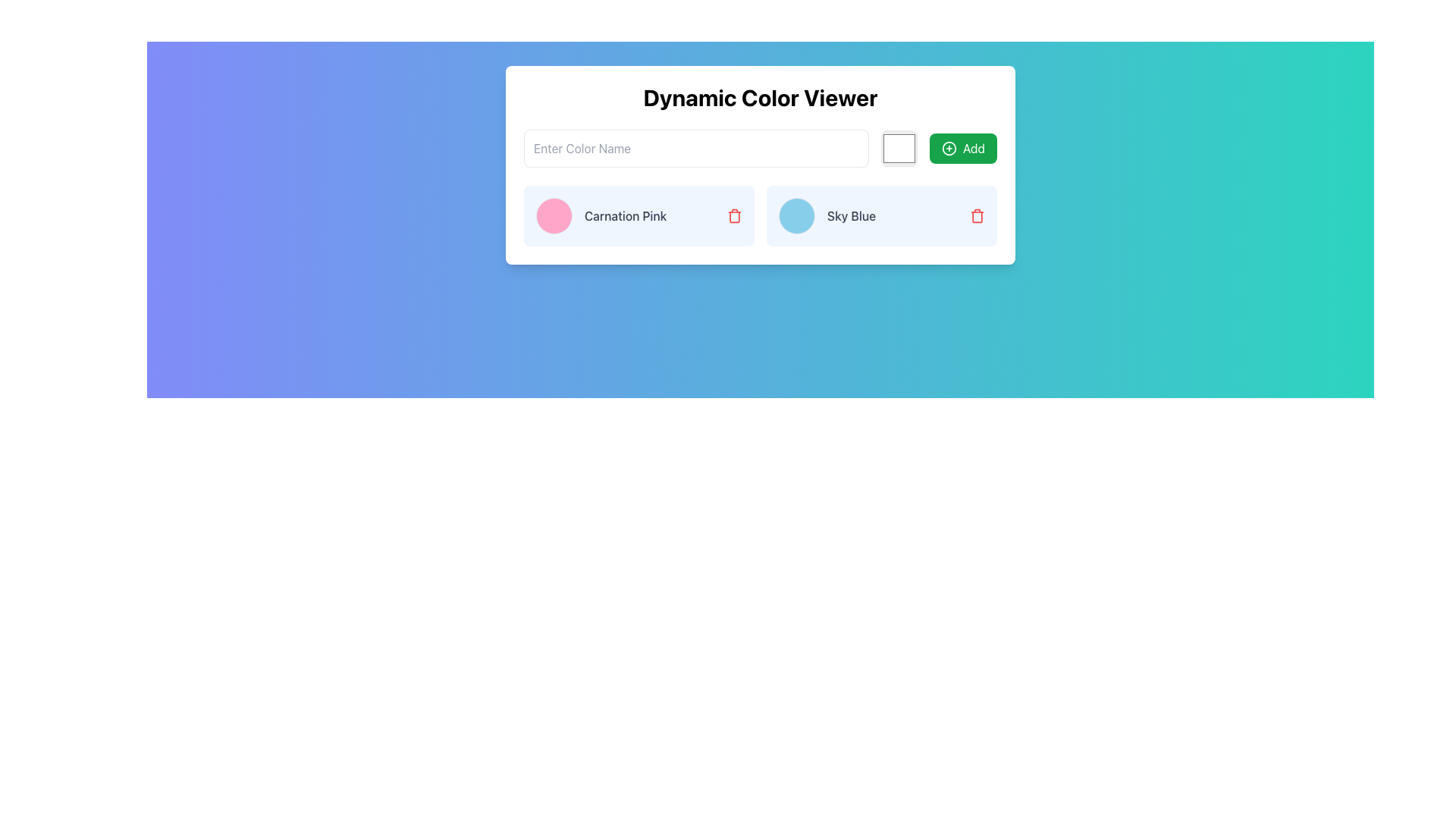  Describe the element at coordinates (949, 149) in the screenshot. I see `the circular outline that is part of the interactive icon for adding or creating something, located to the right of the 'Enter Color Name' input box and adjacent to the green 'Add' button` at that location.